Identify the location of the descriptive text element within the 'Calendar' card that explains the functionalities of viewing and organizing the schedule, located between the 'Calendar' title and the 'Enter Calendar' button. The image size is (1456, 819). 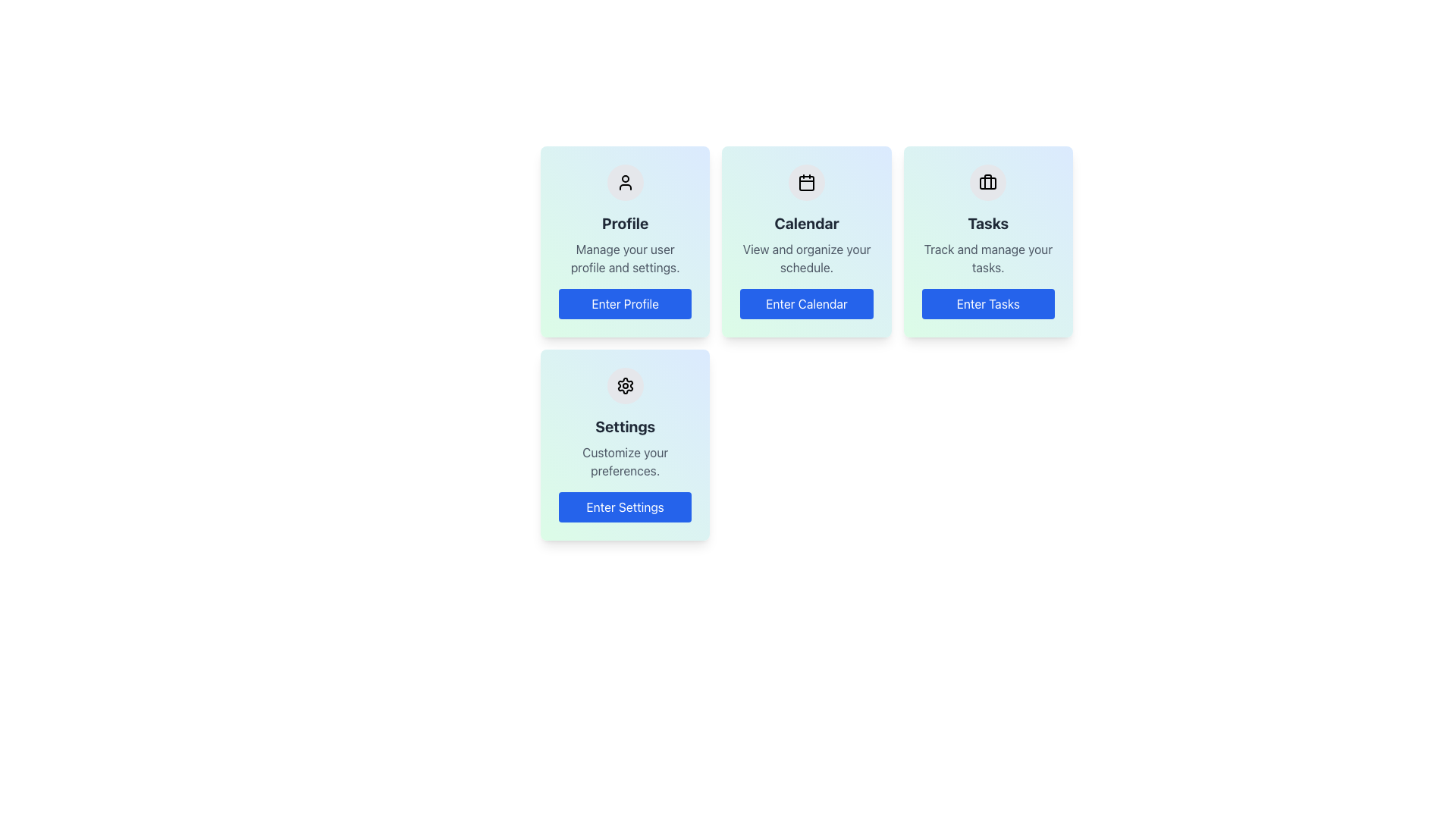
(806, 257).